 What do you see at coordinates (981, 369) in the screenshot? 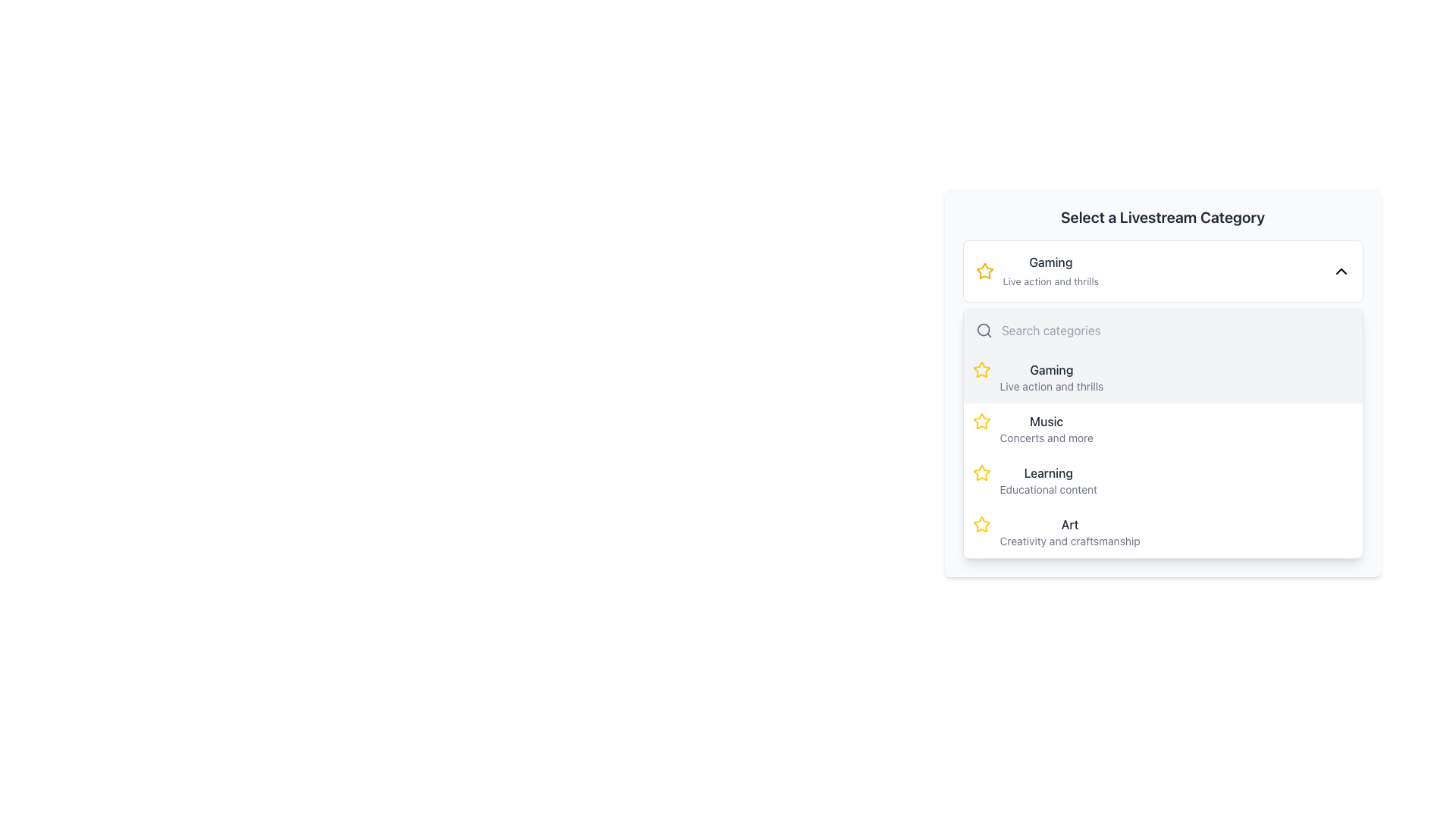
I see `the star icon with a yellow outline located in the dropdown menu under the 'Gaming' category, positioned near the top-left corner of the list item` at bounding box center [981, 369].